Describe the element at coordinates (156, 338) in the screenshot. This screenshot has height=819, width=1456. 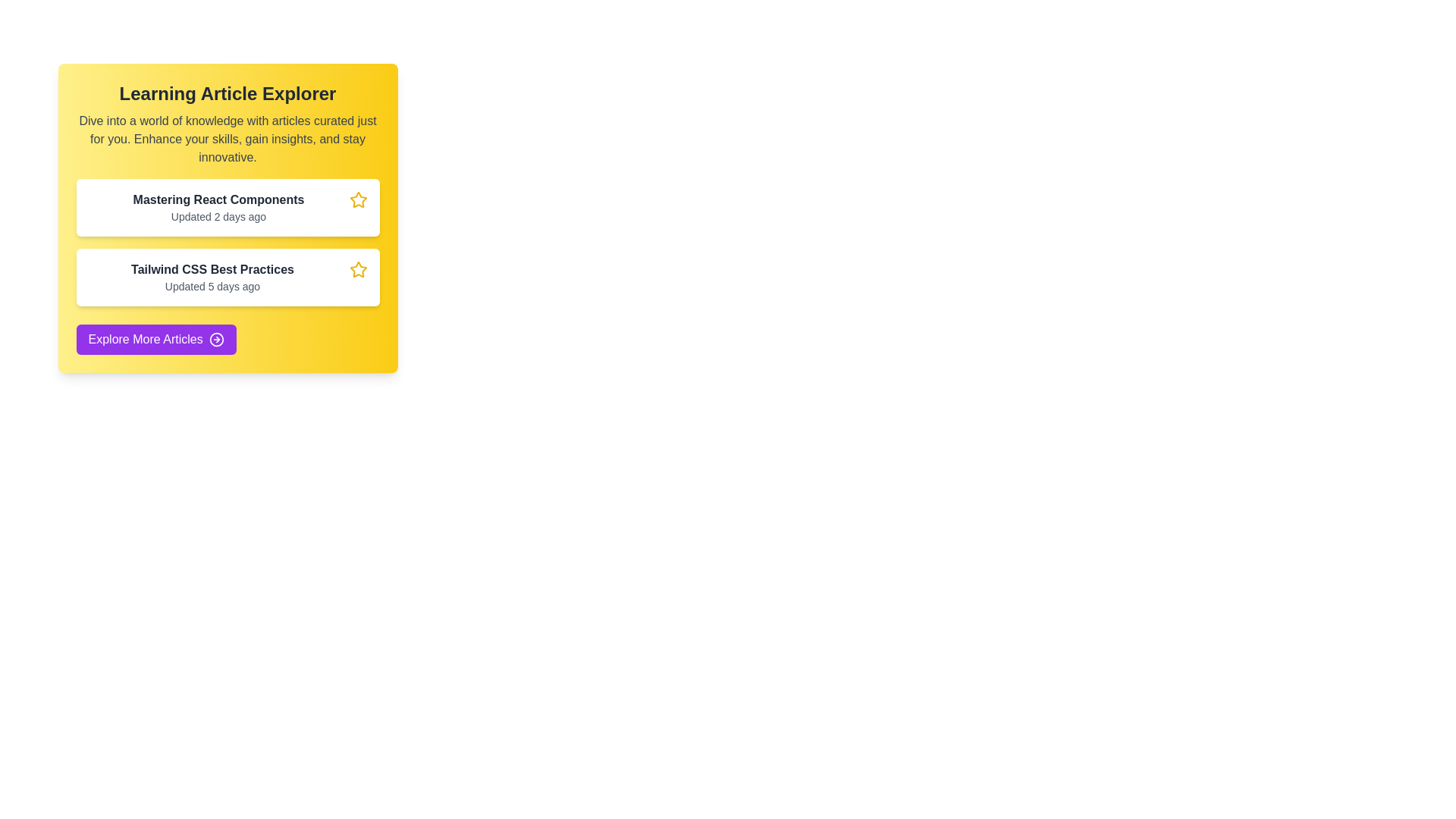
I see `the button located at the bottom center of a yellow gradient card layout` at that location.